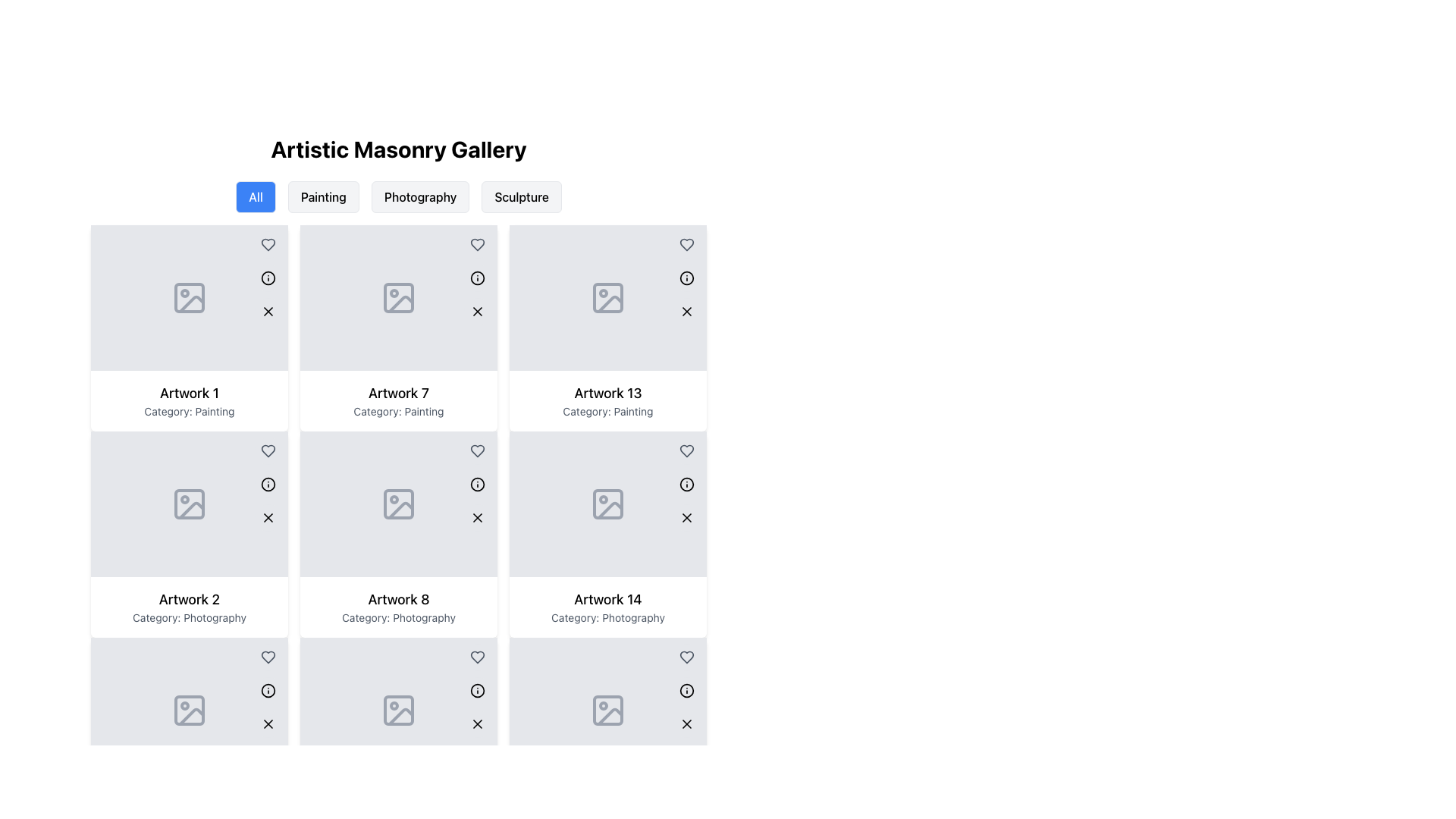 Image resolution: width=1456 pixels, height=819 pixels. Describe the element at coordinates (476, 723) in the screenshot. I see `the small circular gray button with a black 'X' icon located at the bottom-right corner of the 'Artwork 8: Category: Photography' card` at that location.